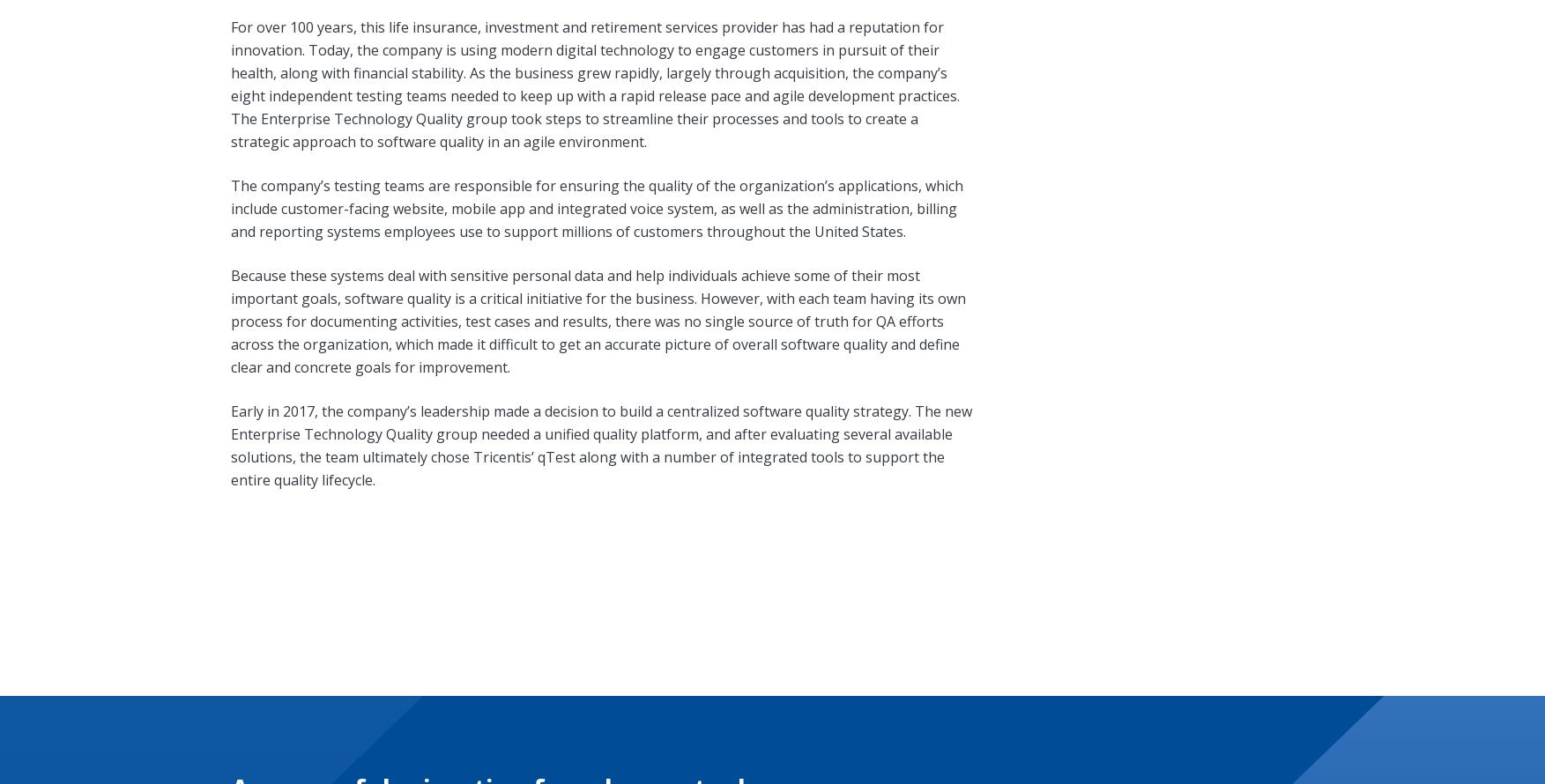 The height and width of the screenshot is (784, 1545). I want to click on 'Contact us', so click(999, 664).